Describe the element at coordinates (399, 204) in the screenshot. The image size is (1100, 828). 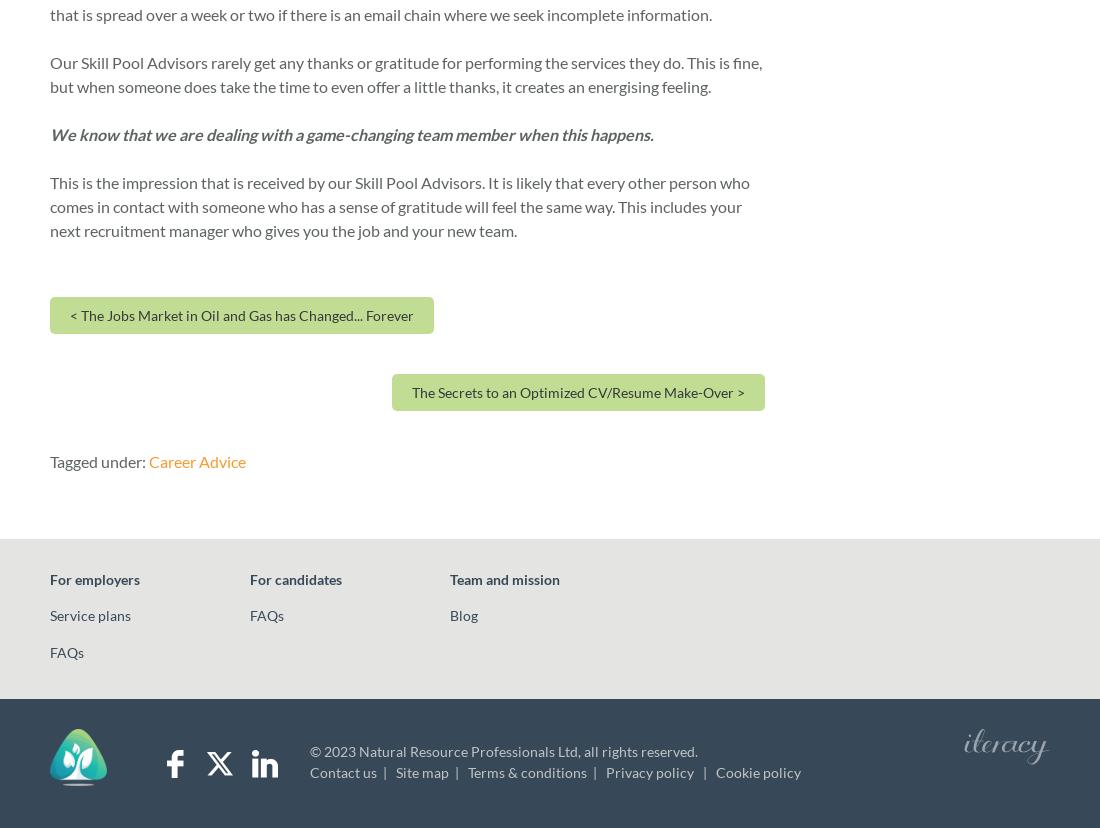
I see `'This is the impression that is received by our Skill Pool Advisors. It is likely that every other person who comes in contact with someone who has a sense of gratitude will feel the same way. This includes your next recruitment manager who gives you the job and your new team.'` at that location.